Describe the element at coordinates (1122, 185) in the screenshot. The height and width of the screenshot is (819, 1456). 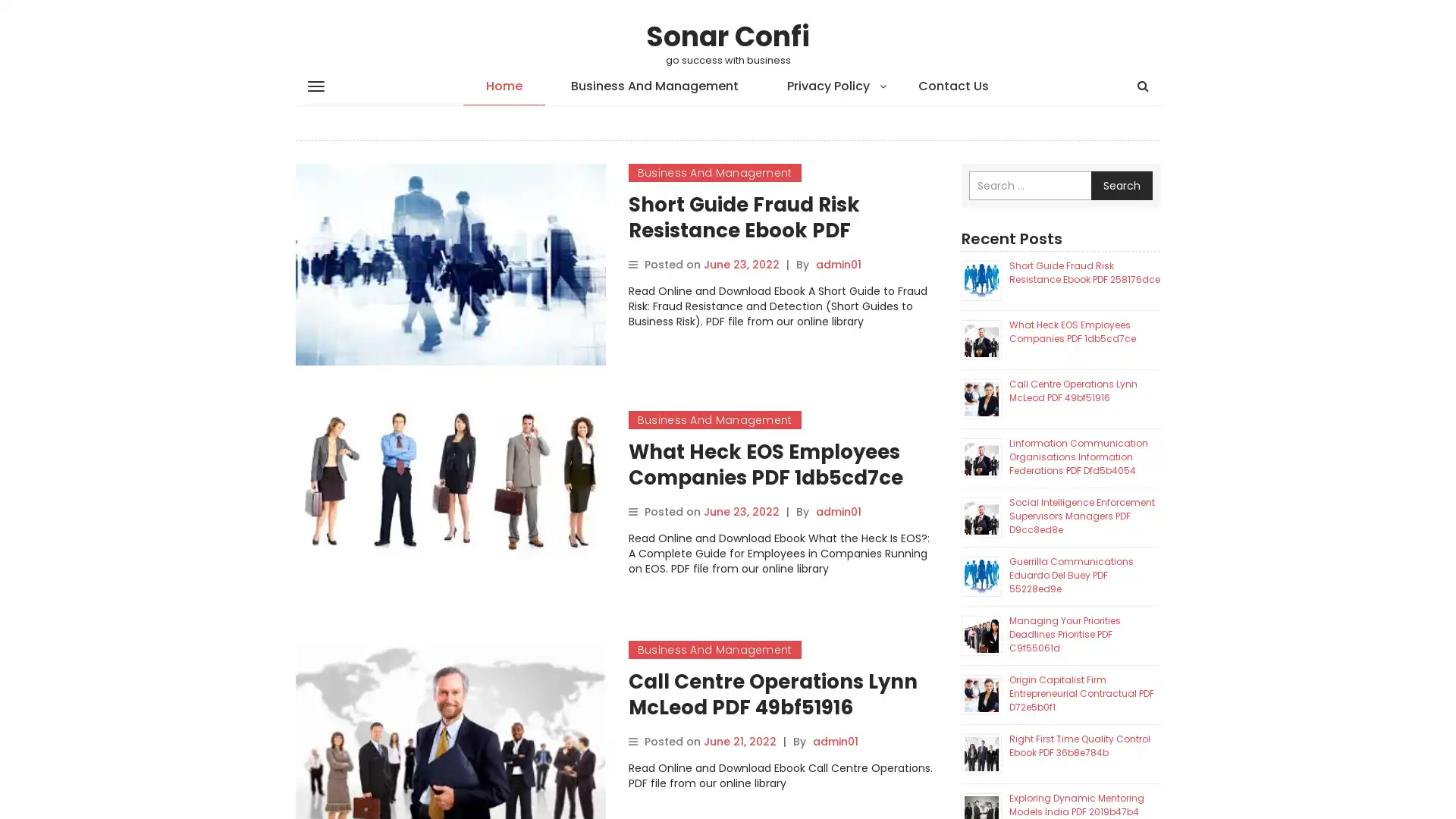
I see `Search` at that location.